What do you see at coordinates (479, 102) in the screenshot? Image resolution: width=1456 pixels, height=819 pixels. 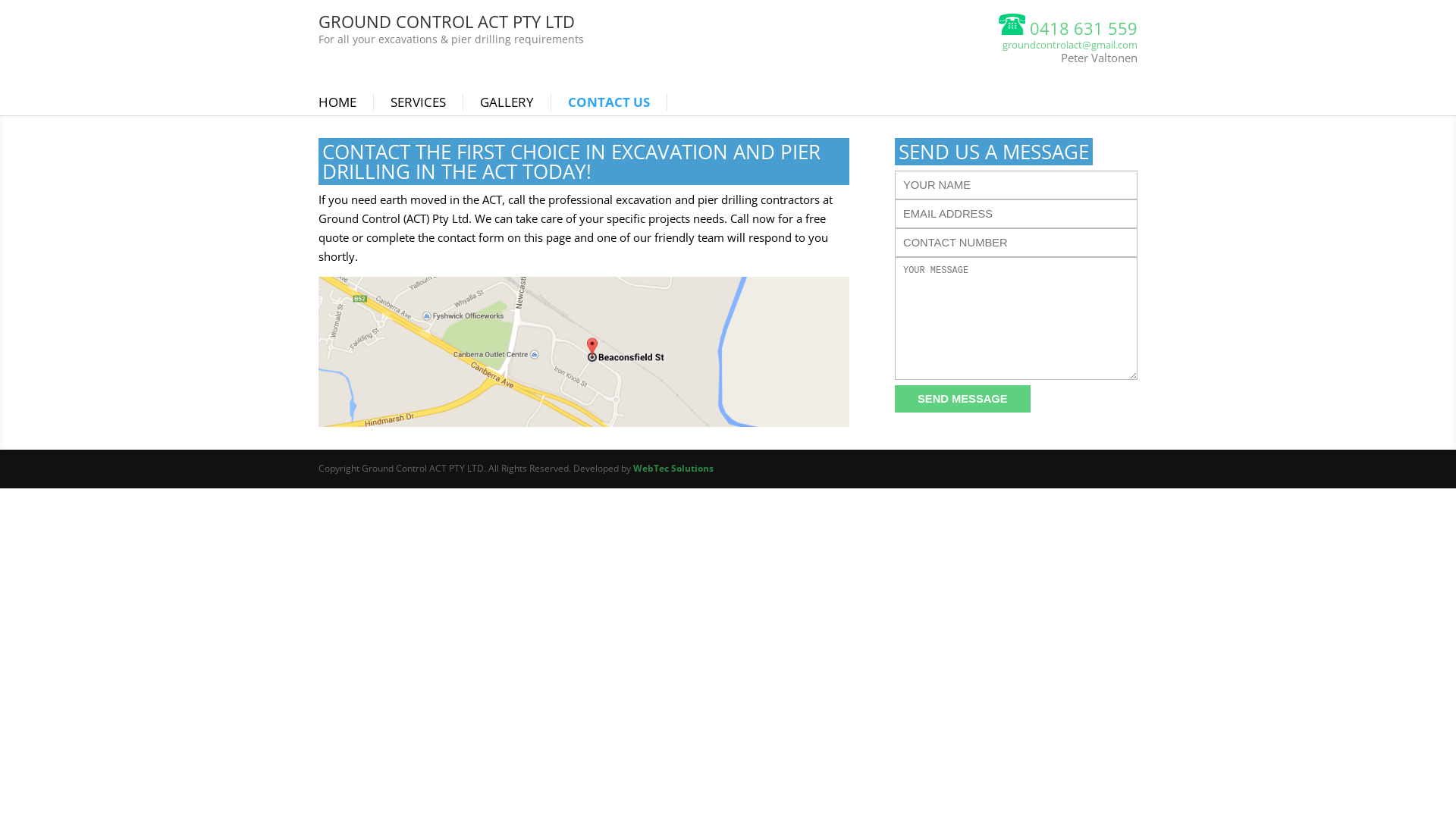 I see `'GALLERY'` at bounding box center [479, 102].